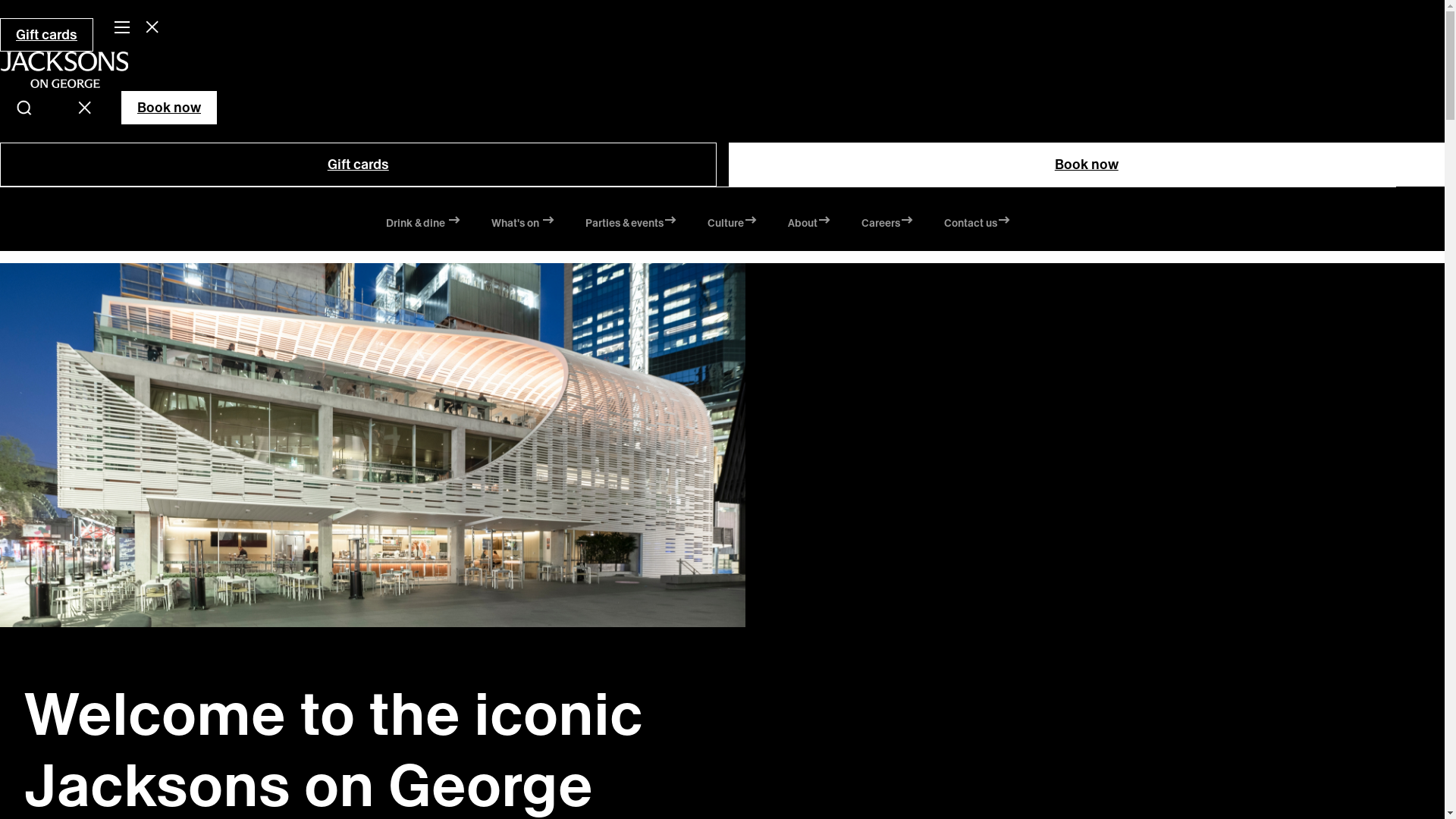  I want to click on 'What's on', so click(523, 225).